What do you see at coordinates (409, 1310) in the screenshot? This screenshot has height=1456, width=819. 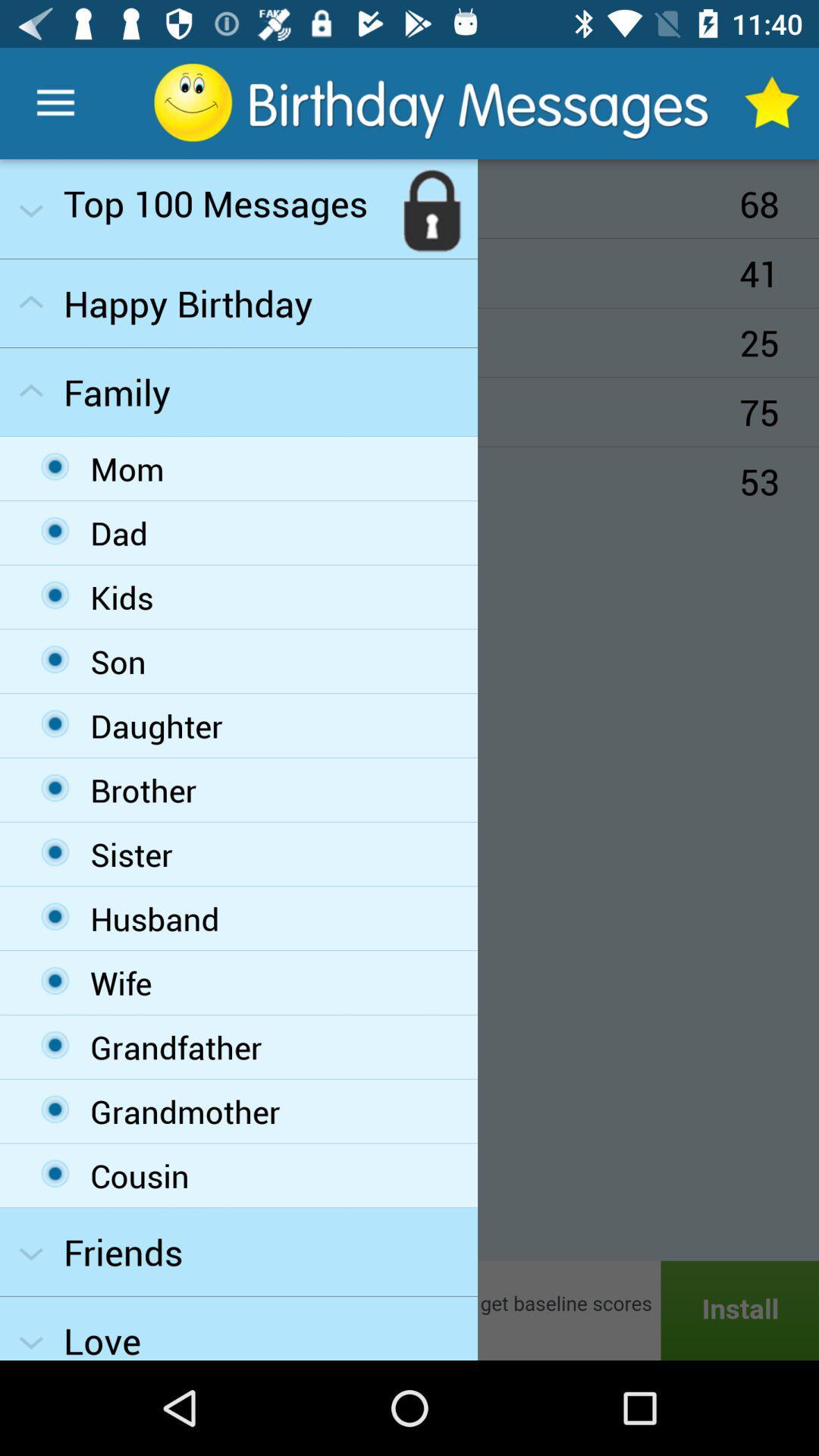 I see `advertisement` at bounding box center [409, 1310].